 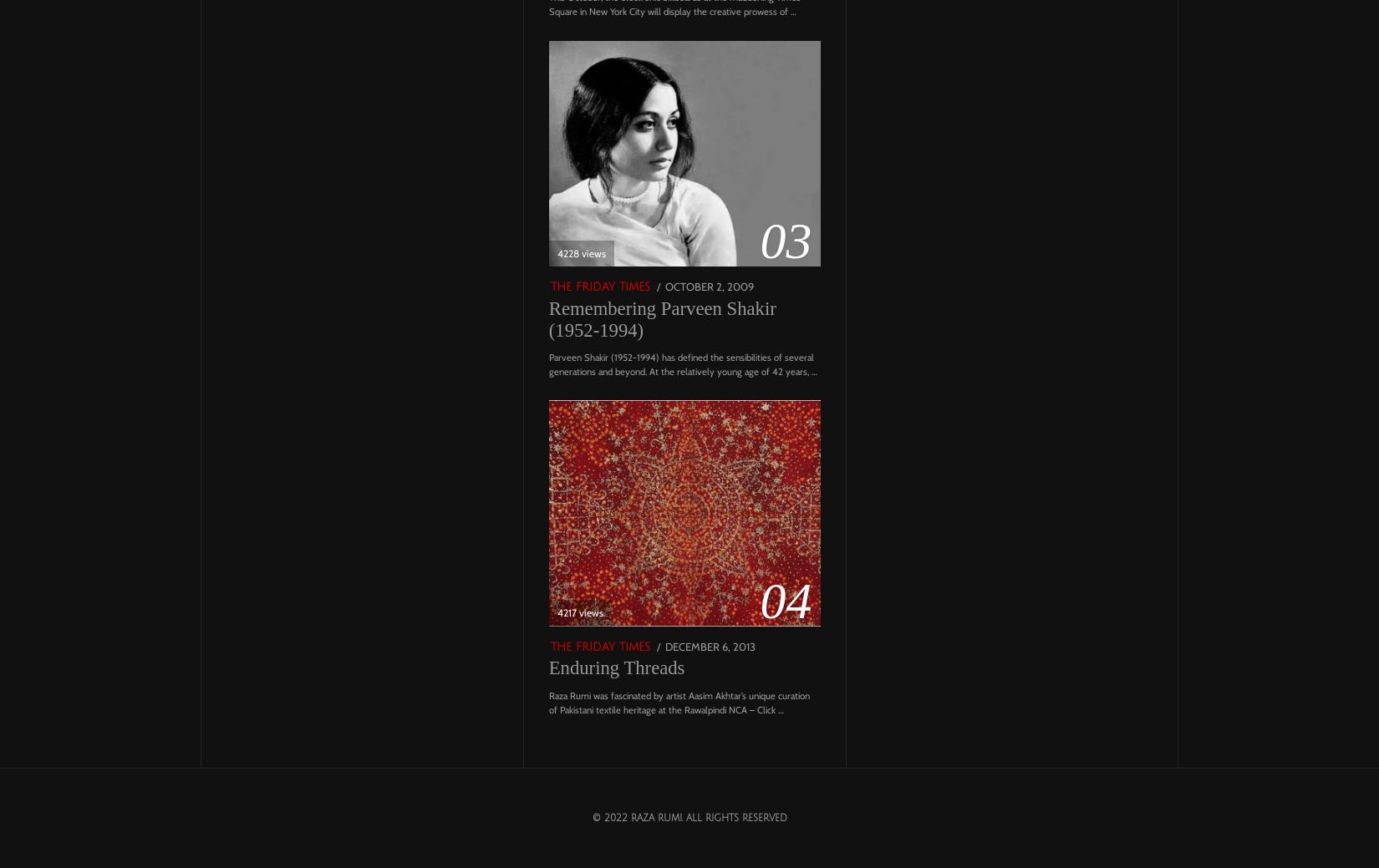 I want to click on '04', so click(x=786, y=598).